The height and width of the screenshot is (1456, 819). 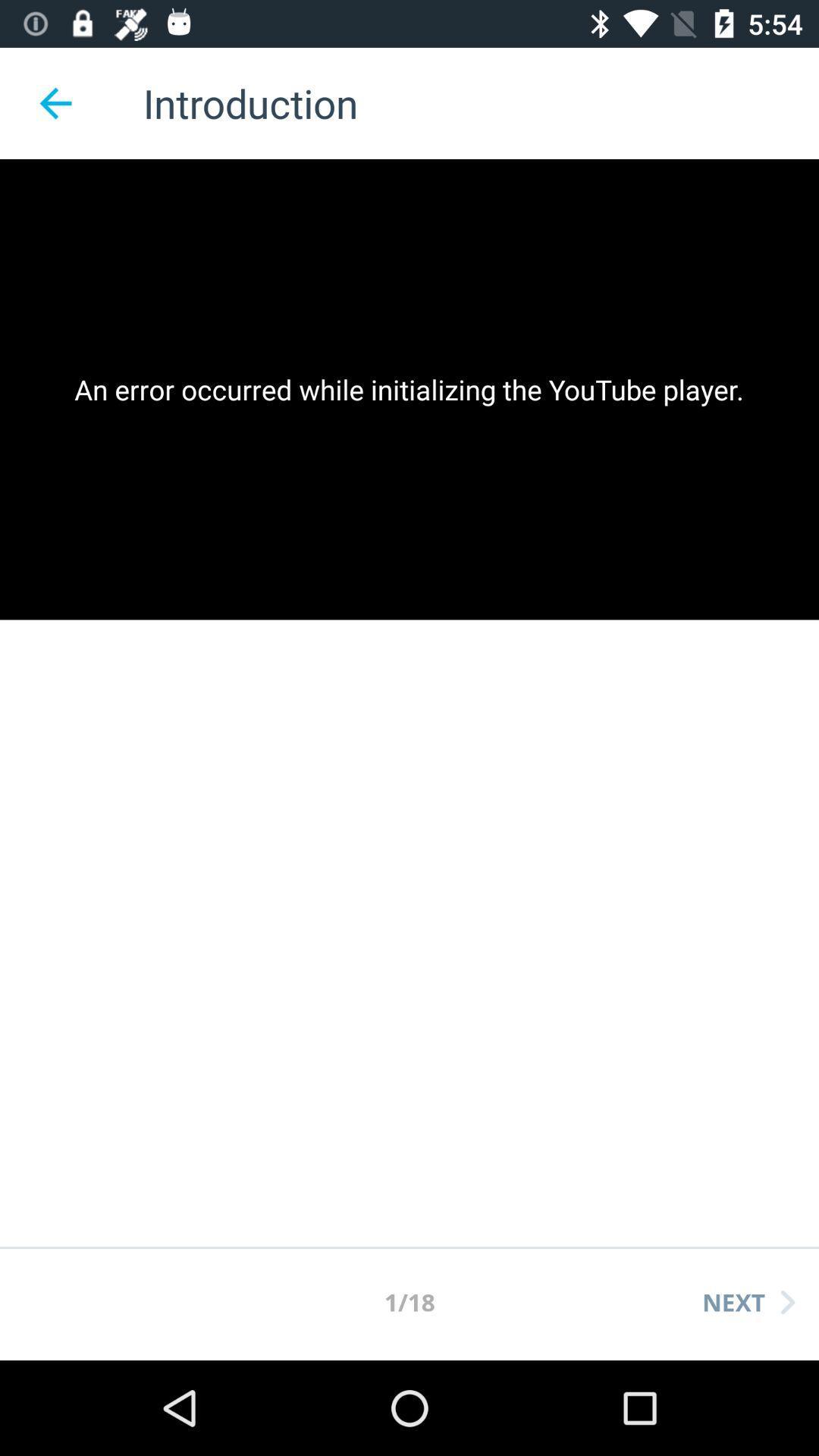 What do you see at coordinates (748, 1301) in the screenshot?
I see `the next item` at bounding box center [748, 1301].